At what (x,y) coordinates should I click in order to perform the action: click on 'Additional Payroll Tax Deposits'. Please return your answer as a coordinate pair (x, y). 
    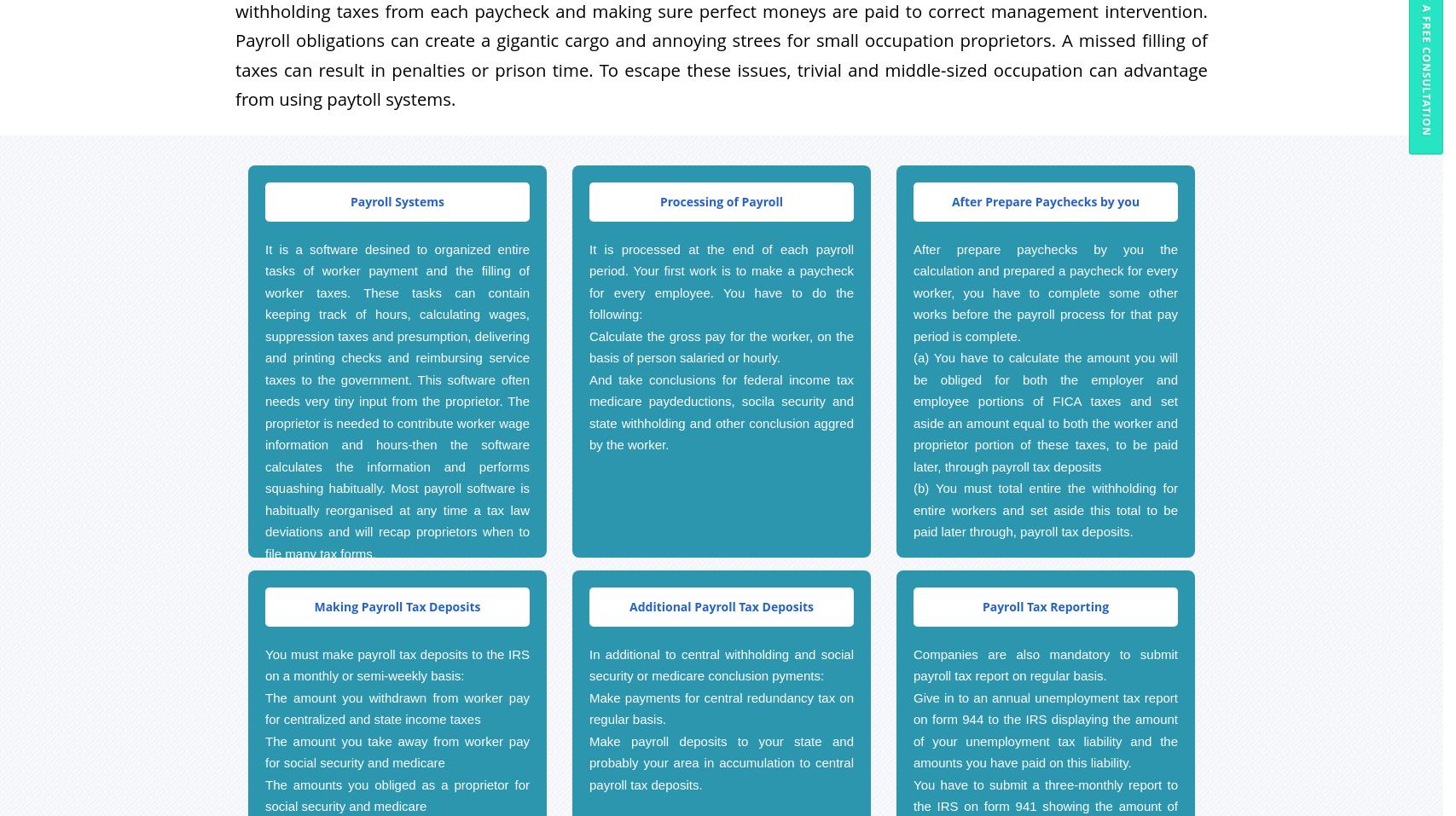
    Looking at the image, I should click on (721, 605).